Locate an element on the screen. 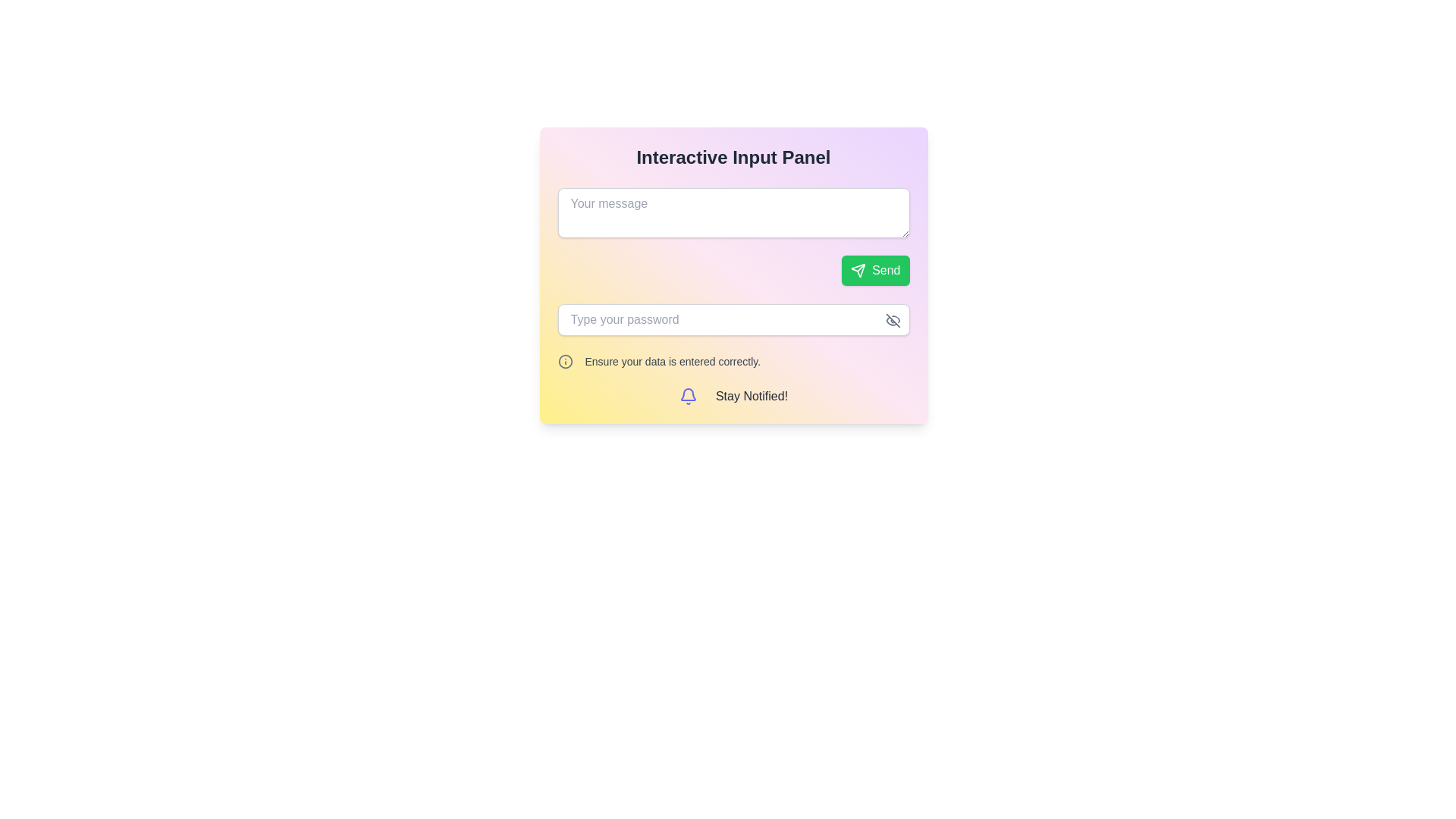 The image size is (1456, 819). the icon button in the top-right corner of the password input field is located at coordinates (893, 320).